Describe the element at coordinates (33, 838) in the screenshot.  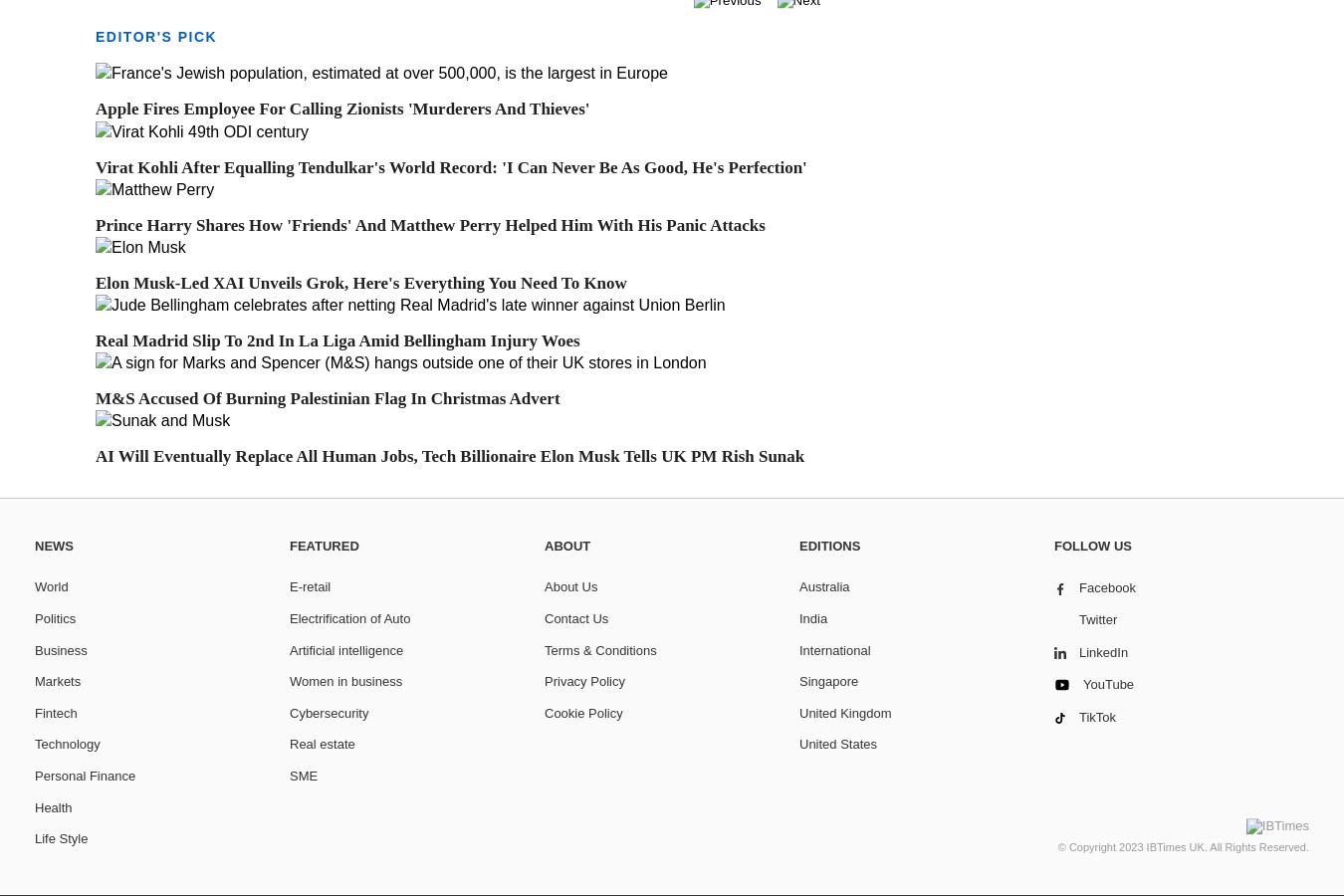
I see `'Life Style'` at that location.